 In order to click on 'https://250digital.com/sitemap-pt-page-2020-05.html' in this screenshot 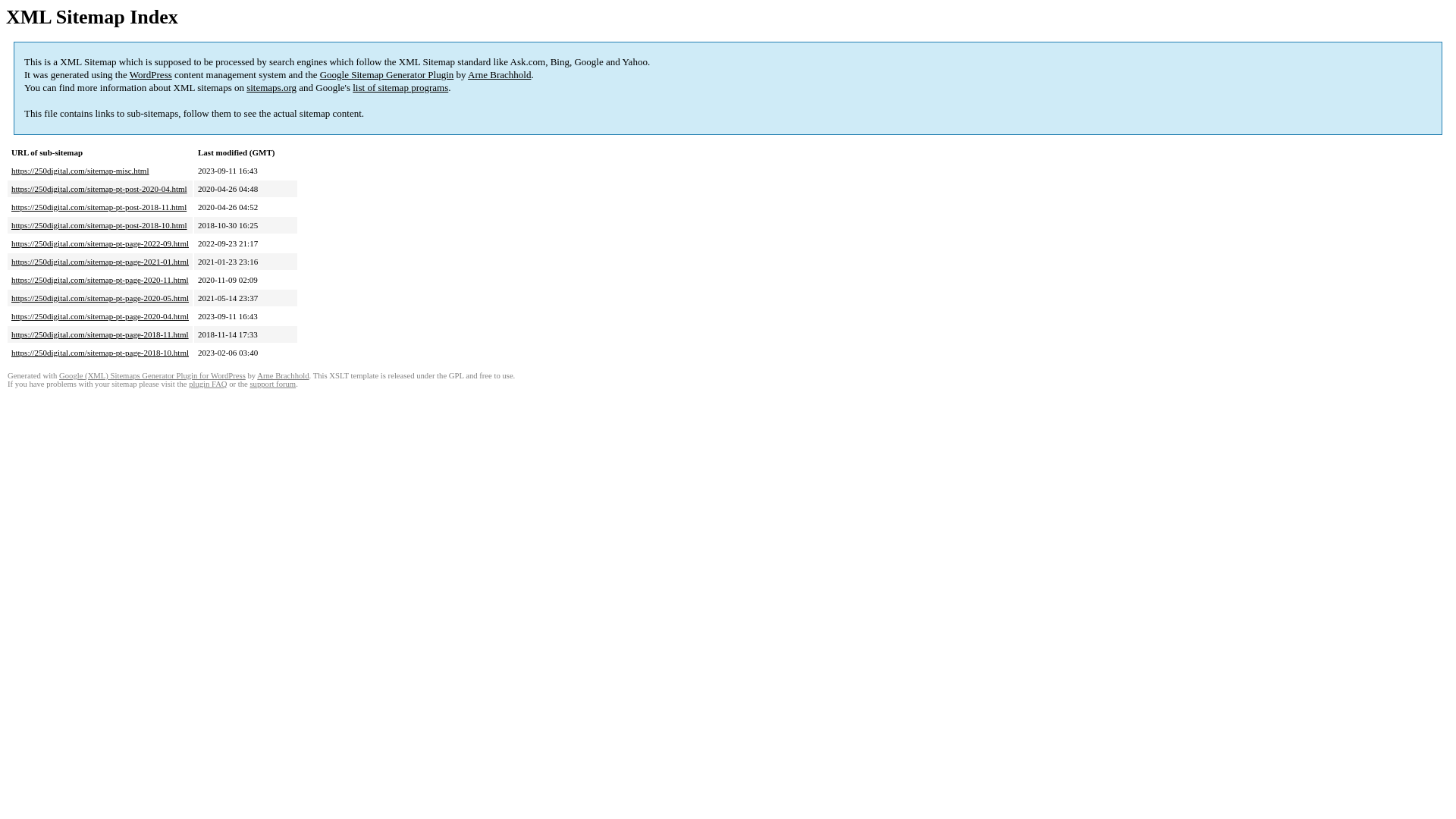, I will do `click(99, 298)`.